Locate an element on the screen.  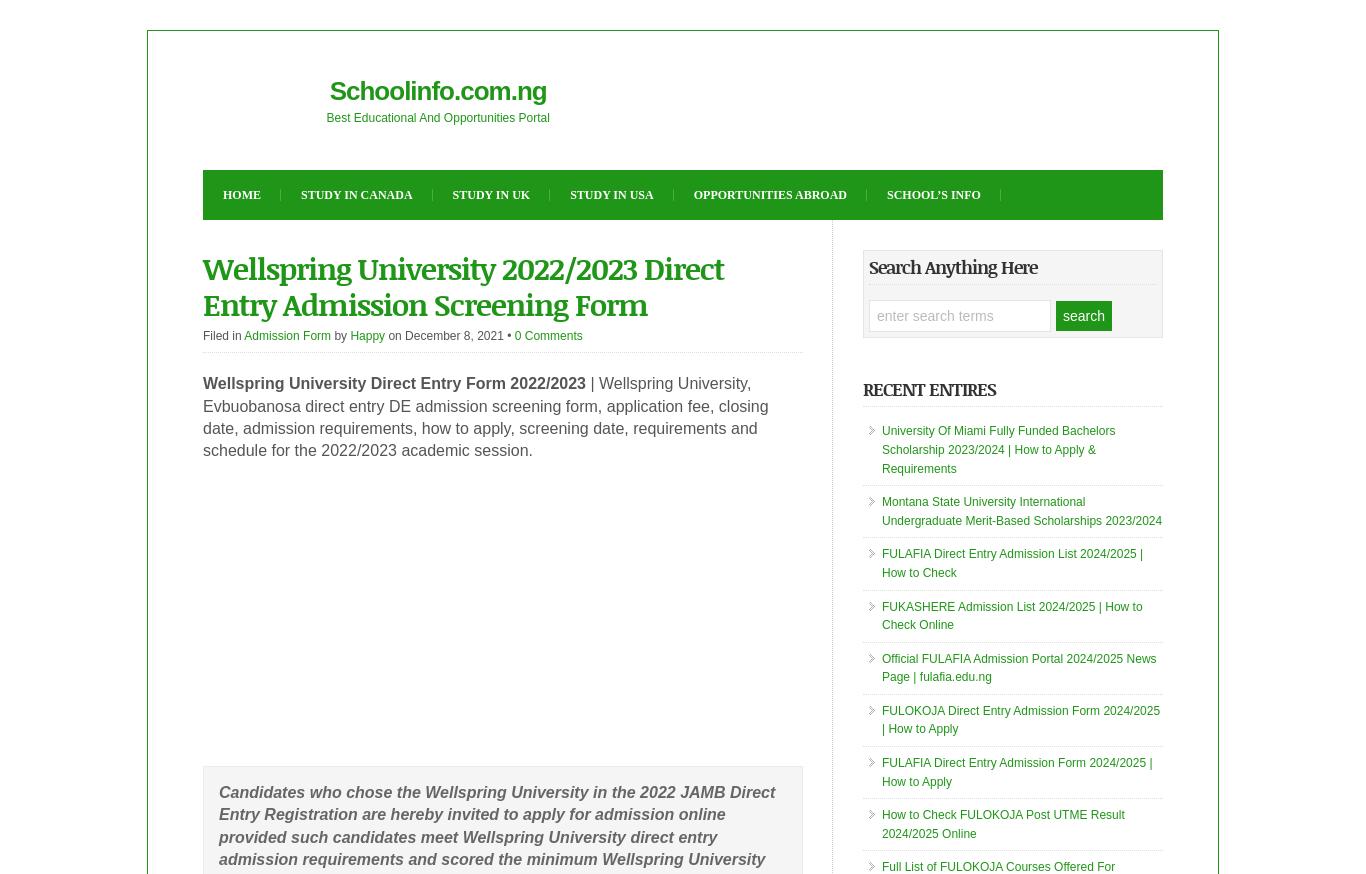
'How to Check FULOKOJA Post UTME Result 2024/2025 Online' is located at coordinates (1003, 824).